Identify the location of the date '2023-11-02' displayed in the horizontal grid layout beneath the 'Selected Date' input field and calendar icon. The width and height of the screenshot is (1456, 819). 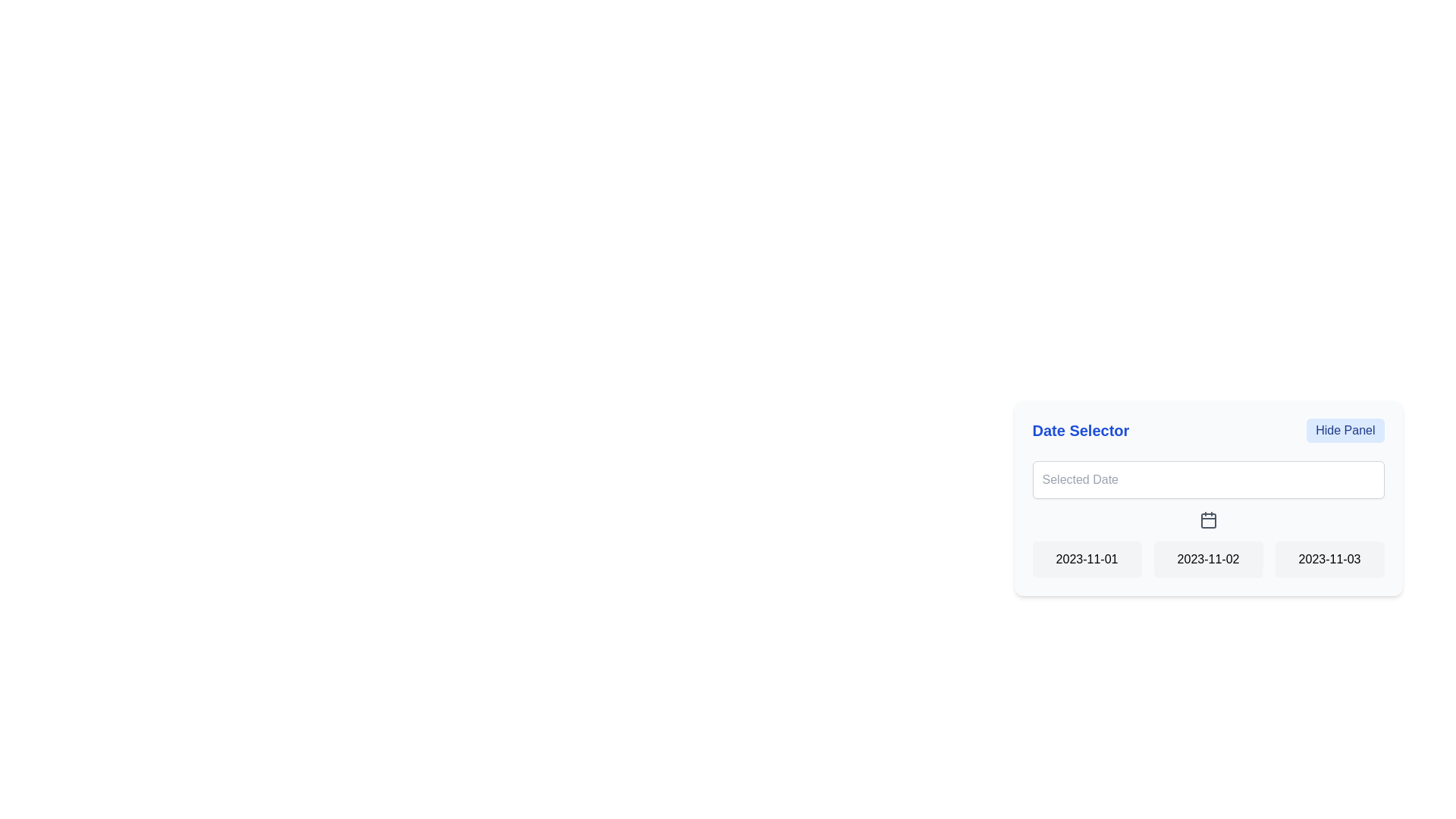
(1207, 559).